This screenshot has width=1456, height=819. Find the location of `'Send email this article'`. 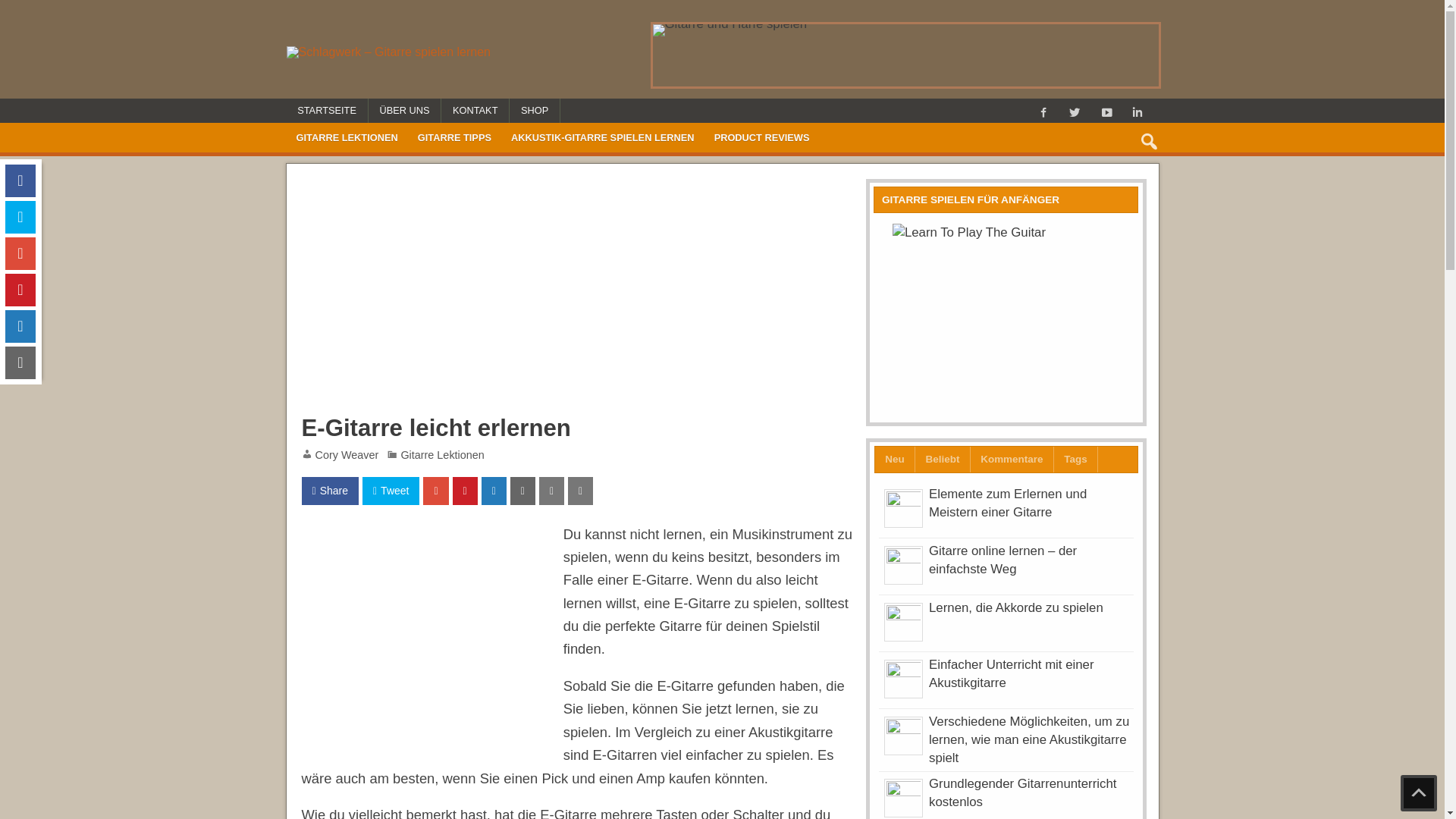

'Send email this article' is located at coordinates (522, 491).